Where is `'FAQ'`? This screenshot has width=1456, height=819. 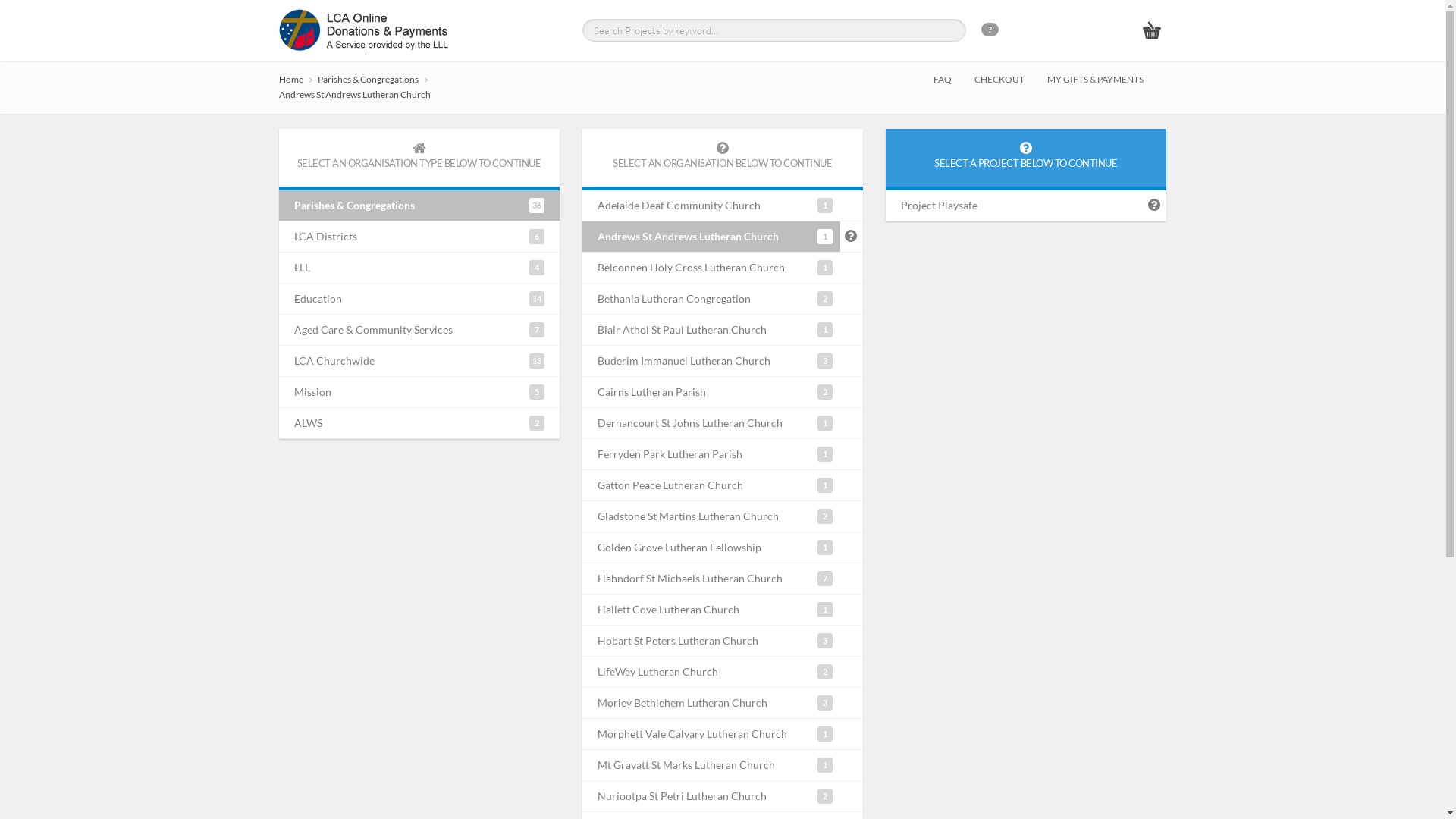 'FAQ' is located at coordinates (931, 79).